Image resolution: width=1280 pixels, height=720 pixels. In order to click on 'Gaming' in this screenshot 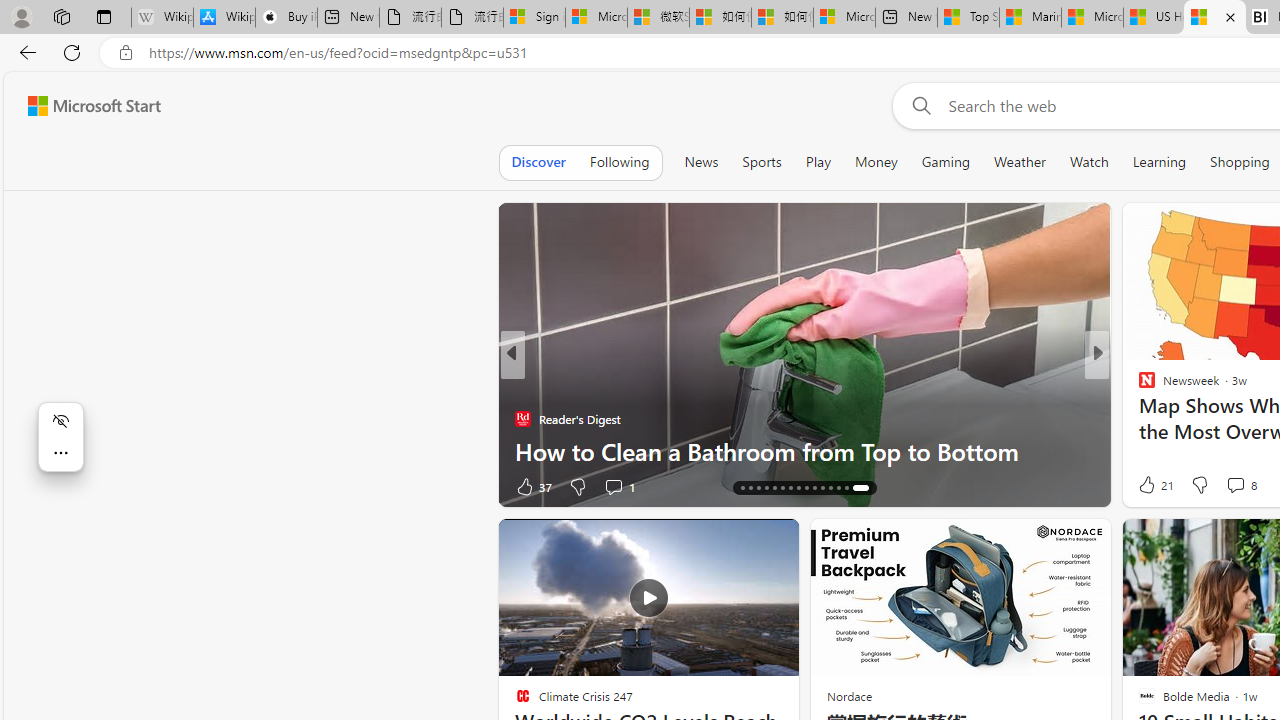, I will do `click(944, 161)`.